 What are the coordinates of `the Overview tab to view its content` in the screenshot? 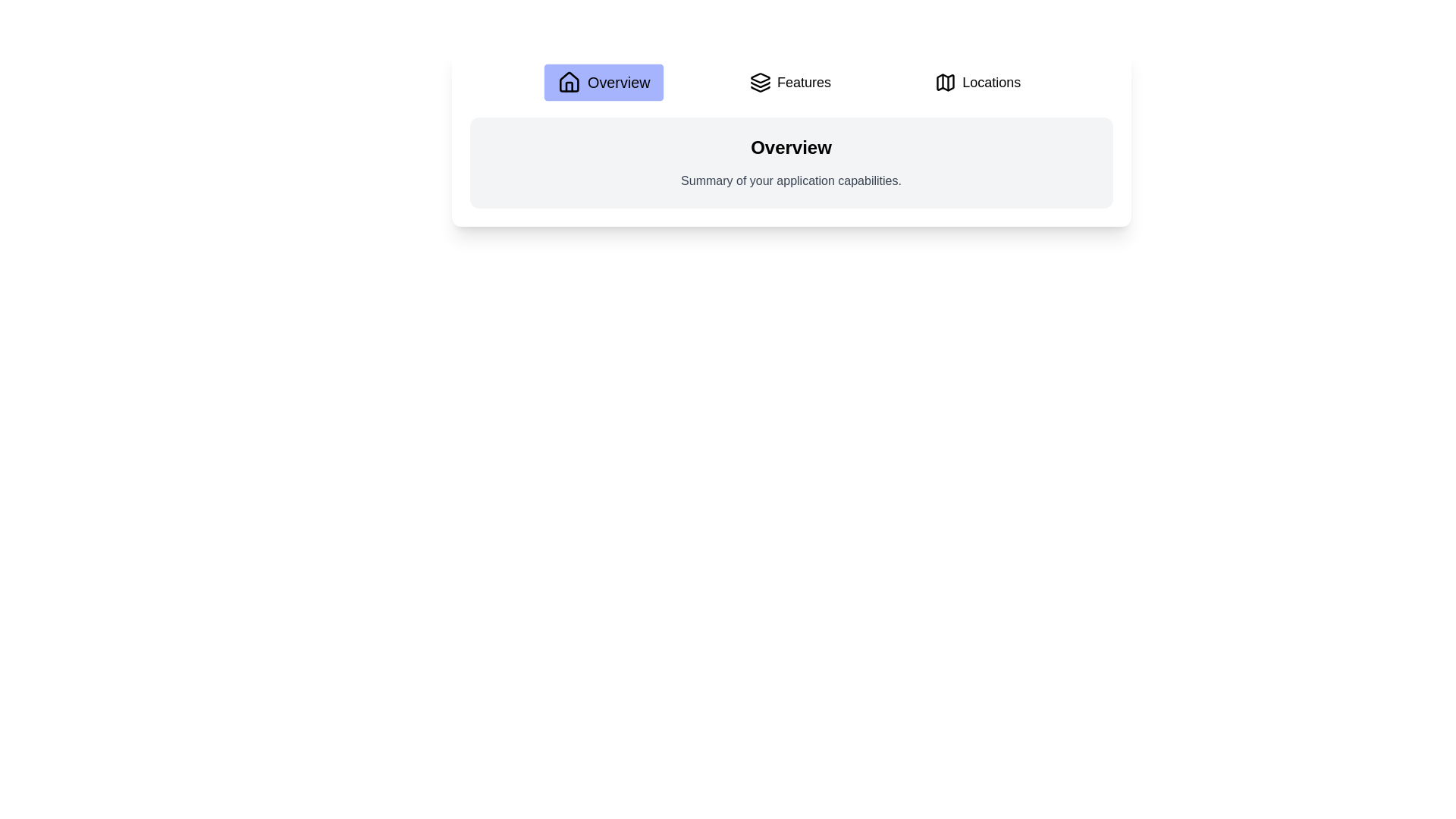 It's located at (603, 82).